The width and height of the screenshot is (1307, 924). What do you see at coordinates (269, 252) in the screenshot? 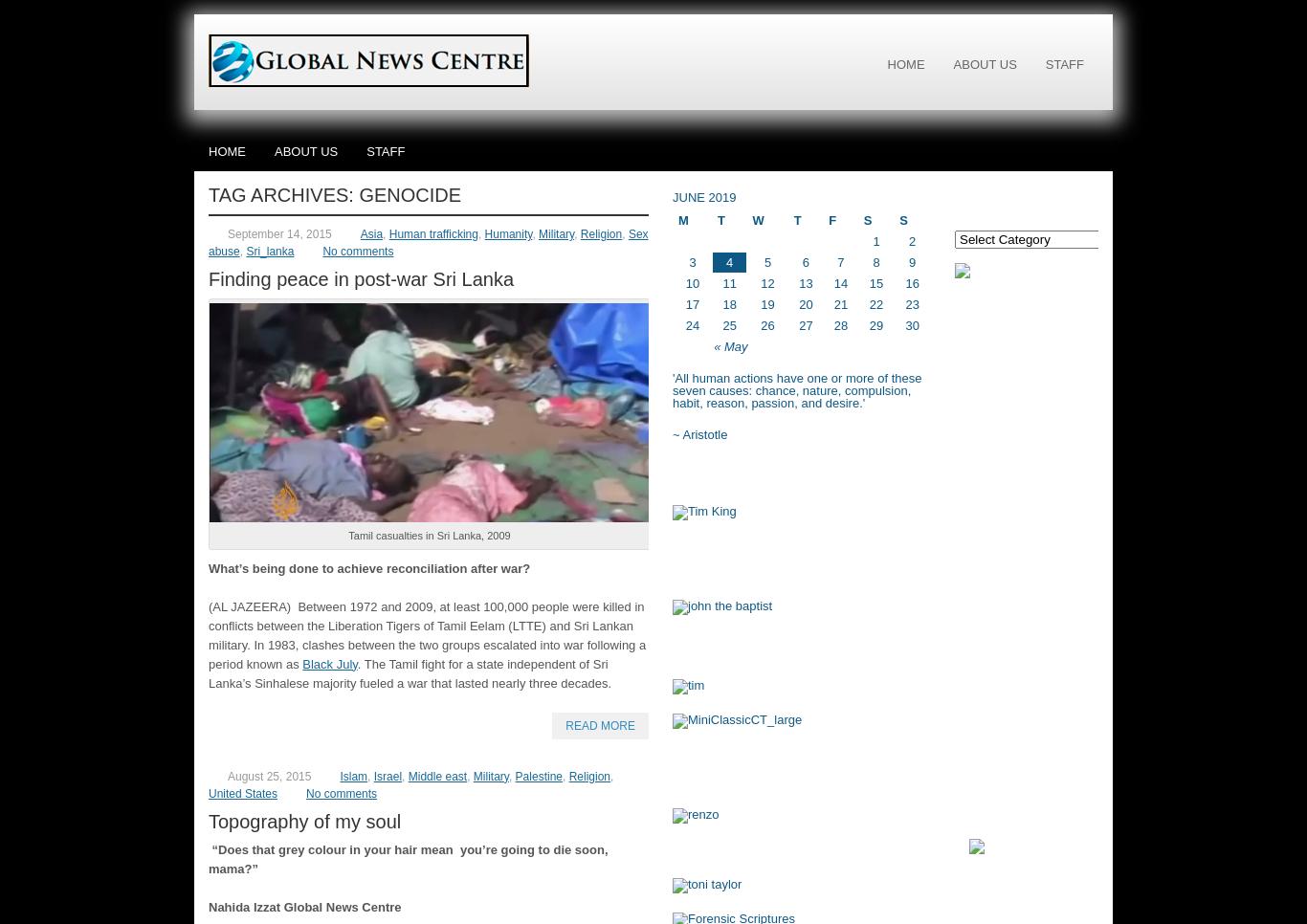
I see `'Sri_lanka'` at bounding box center [269, 252].